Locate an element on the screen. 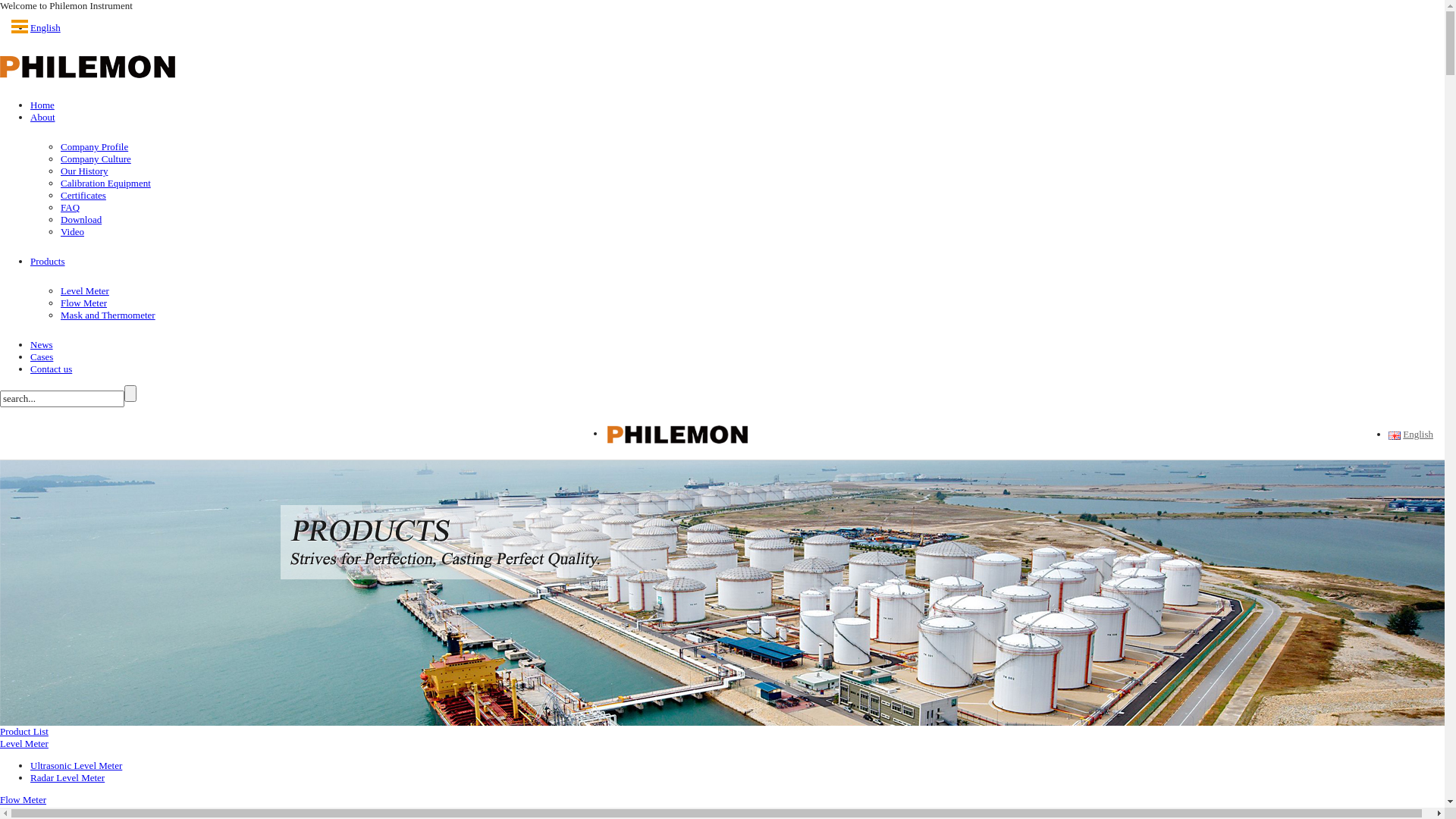  'Flow Meter' is located at coordinates (0, 799).